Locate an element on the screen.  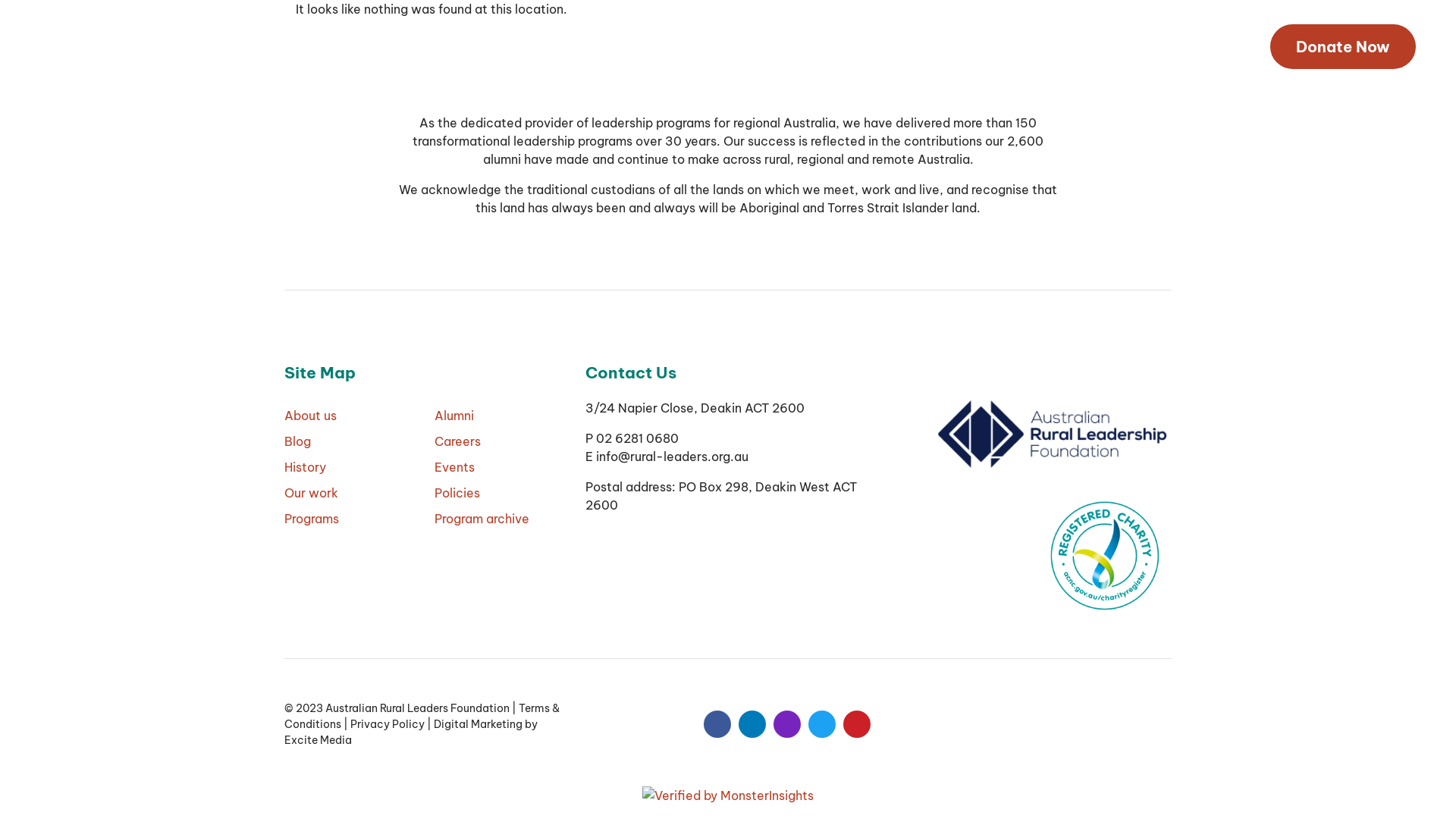
'02 6281 0680' is located at coordinates (637, 438).